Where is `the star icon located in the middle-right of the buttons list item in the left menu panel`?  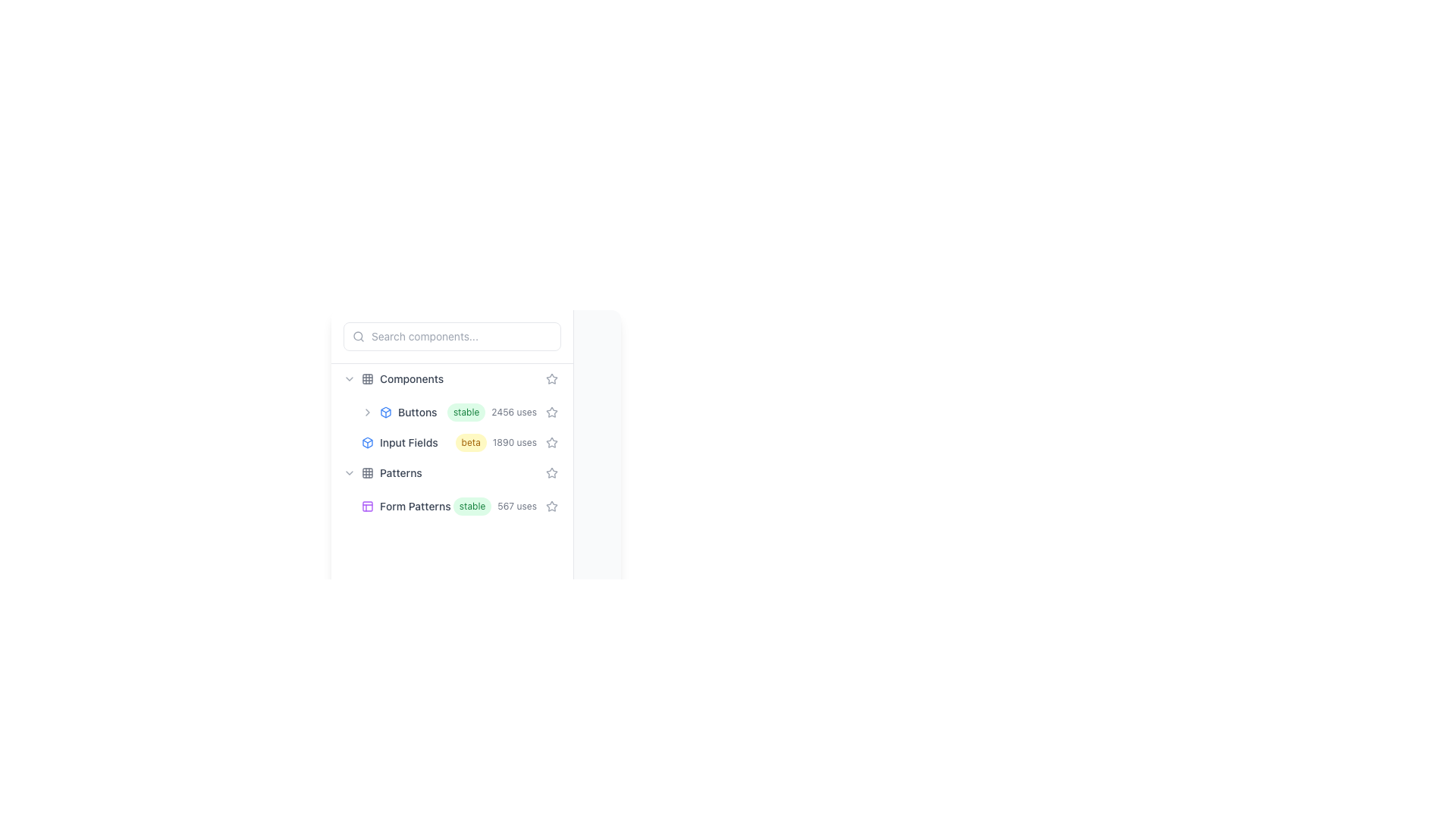 the star icon located in the middle-right of the buttons list item in the left menu panel is located at coordinates (551, 412).